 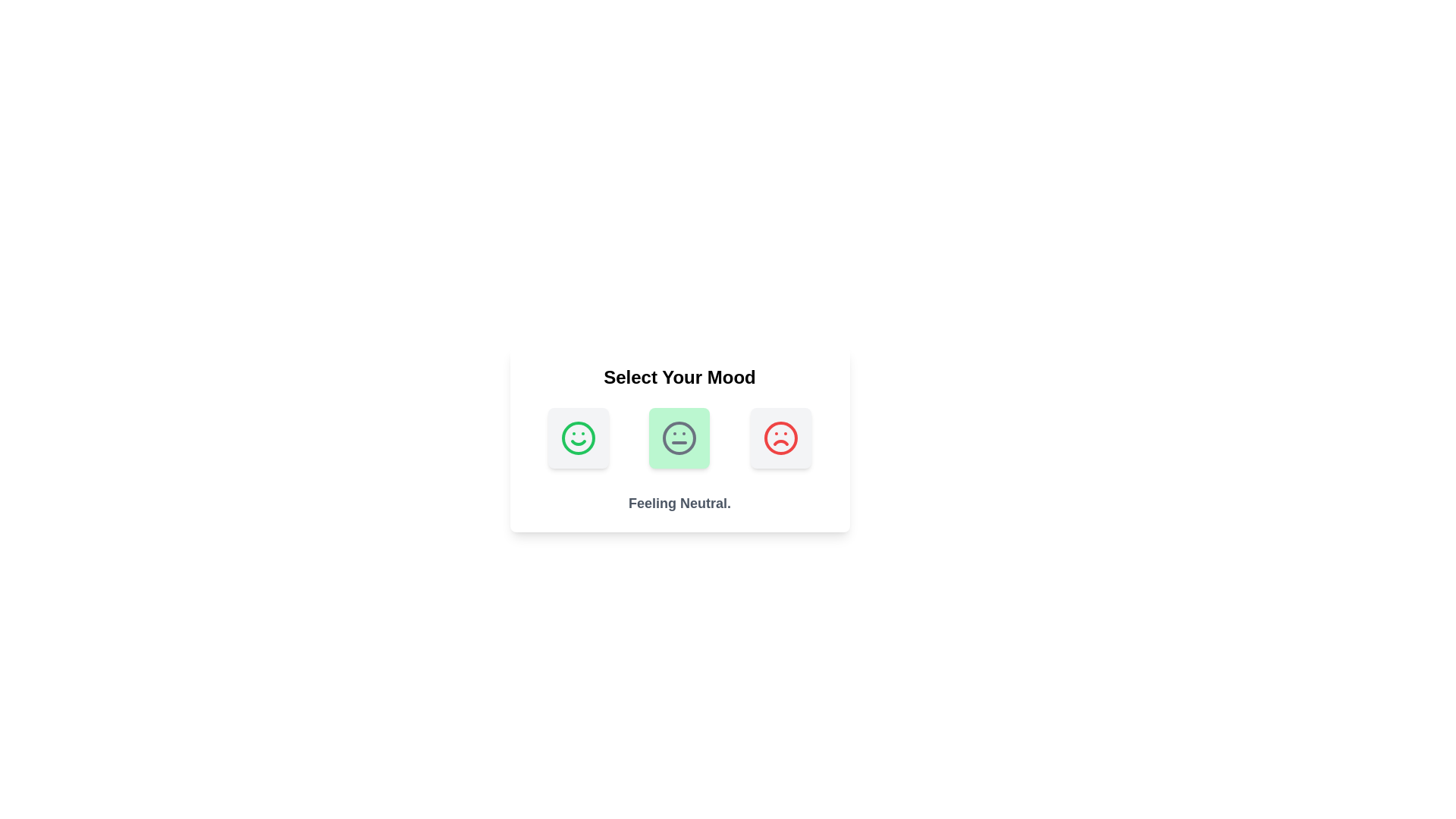 What do you see at coordinates (679, 438) in the screenshot?
I see `the neutral mood selection SVG icon, which is the second button in a horizontally aligned grid of three mood icons` at bounding box center [679, 438].